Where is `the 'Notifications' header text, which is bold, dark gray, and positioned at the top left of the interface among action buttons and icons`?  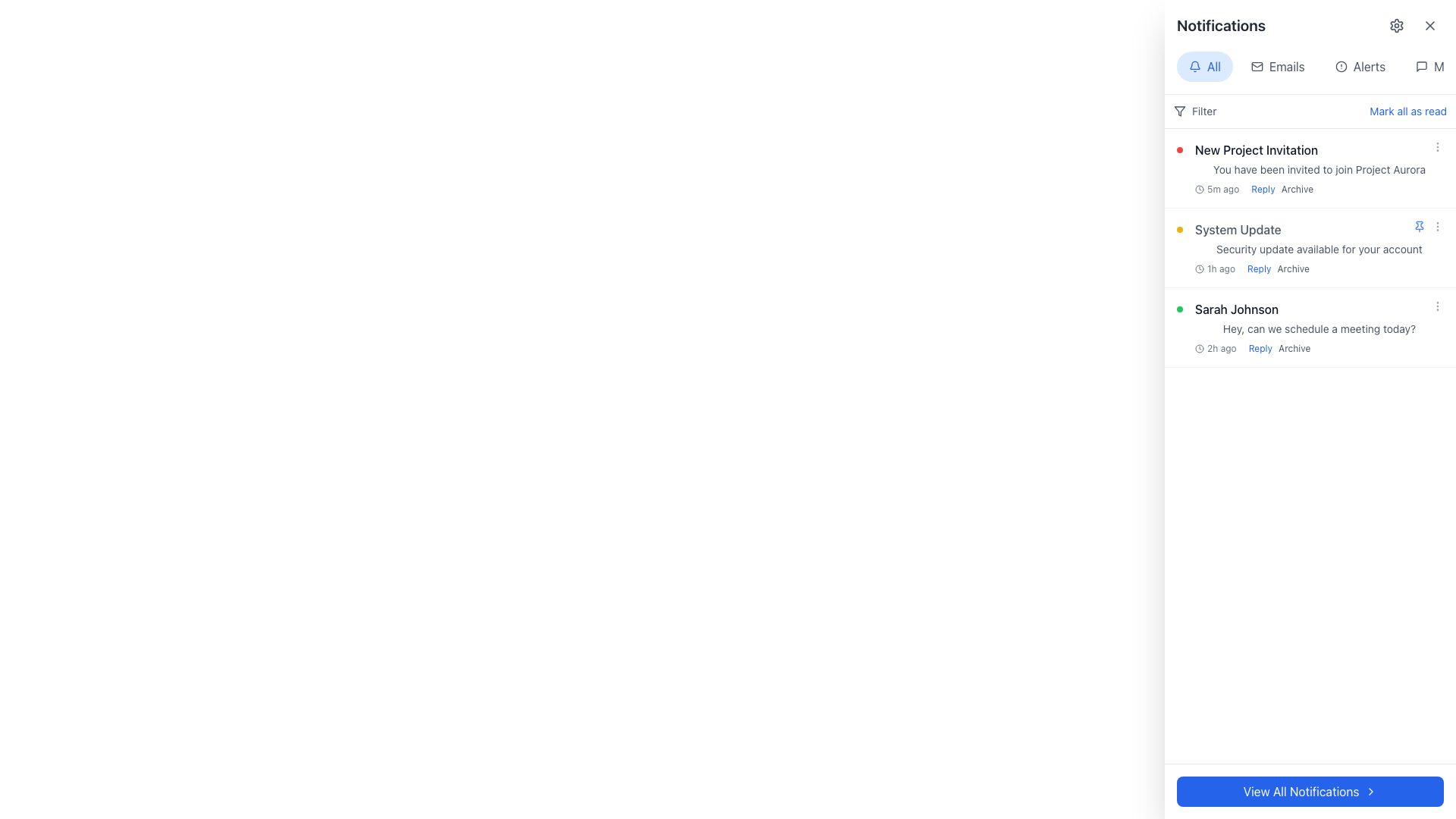 the 'Notifications' header text, which is bold, dark gray, and positioned at the top left of the interface among action buttons and icons is located at coordinates (1221, 26).